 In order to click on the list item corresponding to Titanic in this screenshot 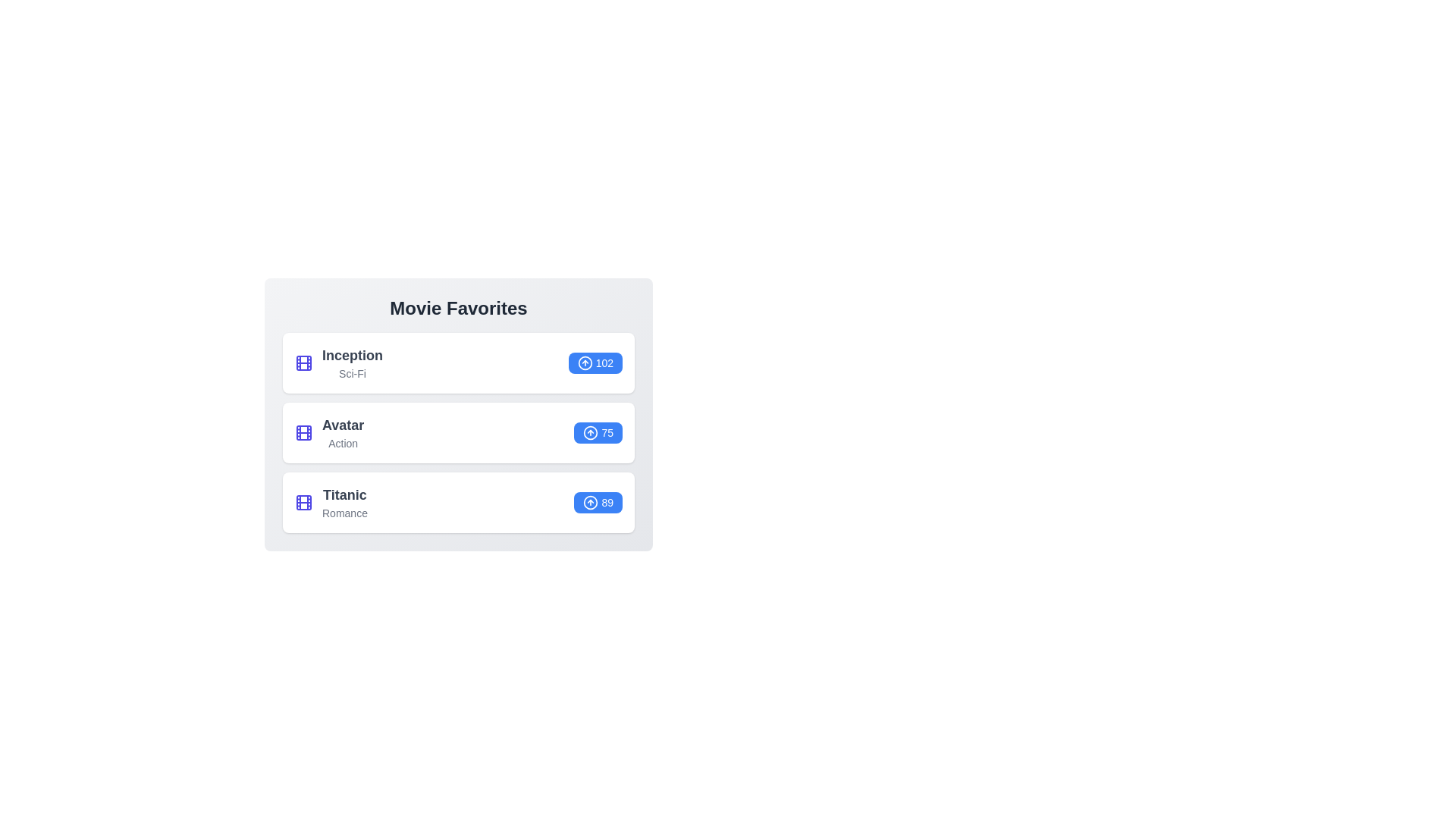, I will do `click(457, 503)`.